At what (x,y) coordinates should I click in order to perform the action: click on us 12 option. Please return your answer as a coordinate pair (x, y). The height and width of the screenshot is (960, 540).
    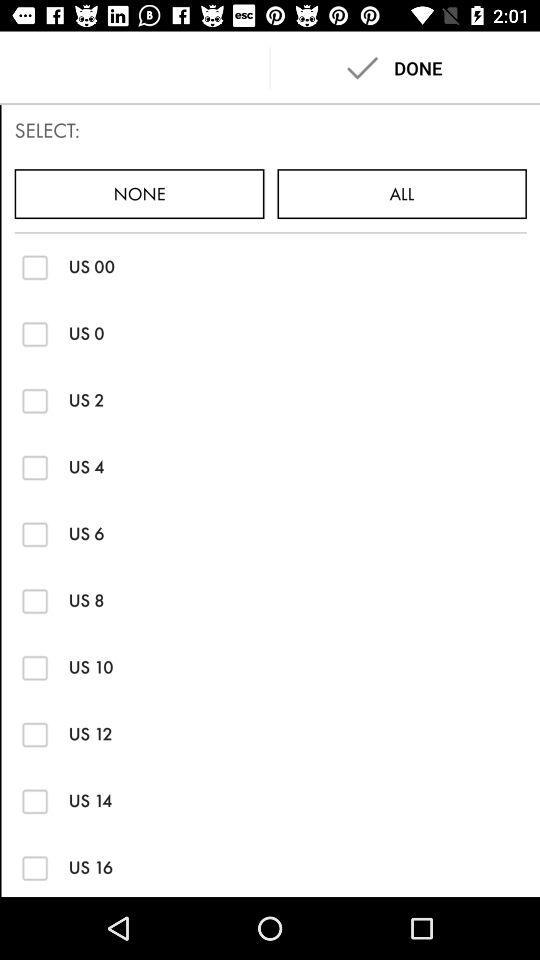
    Looking at the image, I should click on (35, 733).